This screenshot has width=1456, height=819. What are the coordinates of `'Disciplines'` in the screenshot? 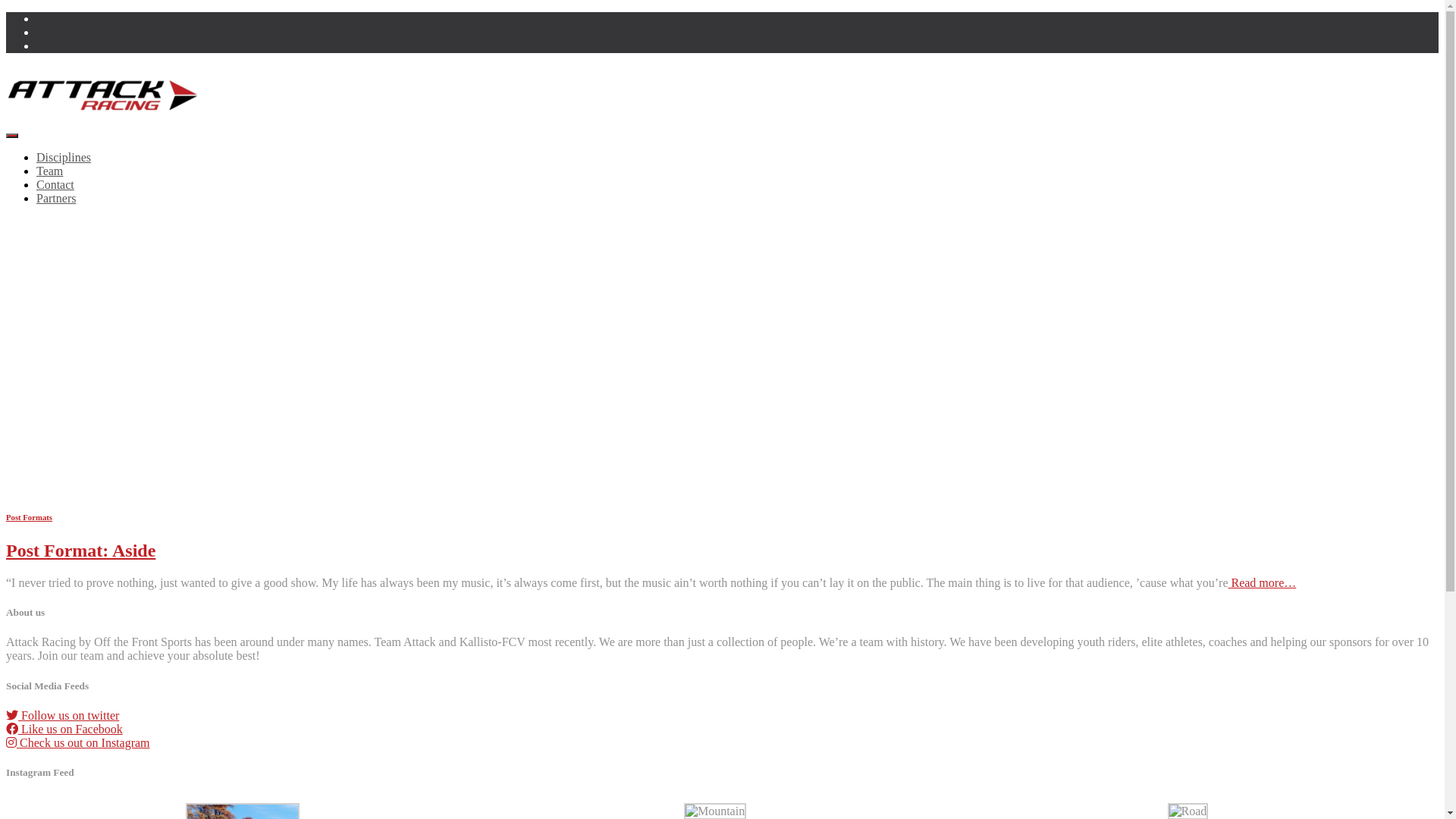 It's located at (62, 157).